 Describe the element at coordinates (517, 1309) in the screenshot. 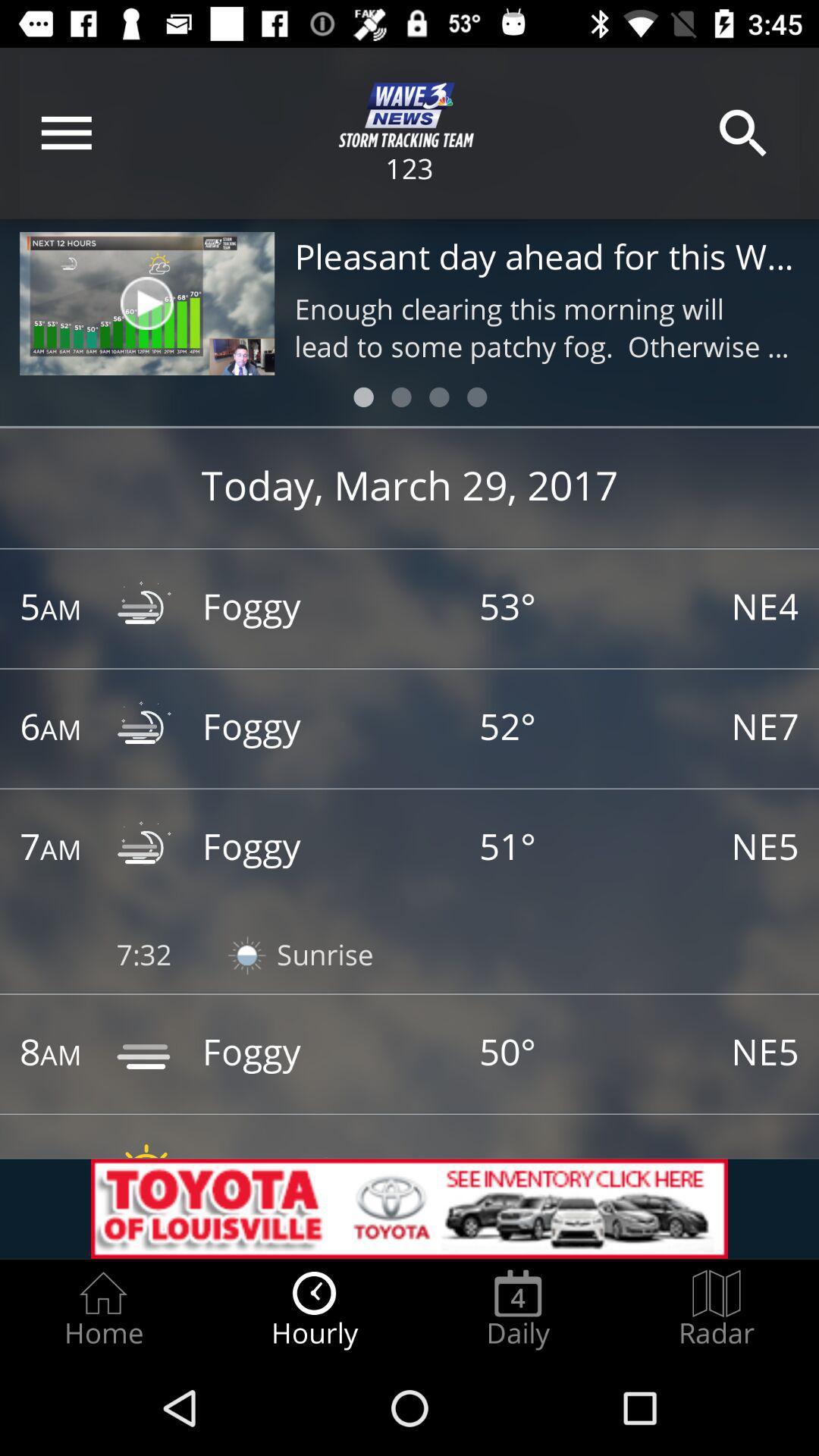

I see `the item next to the hourly radio button` at that location.